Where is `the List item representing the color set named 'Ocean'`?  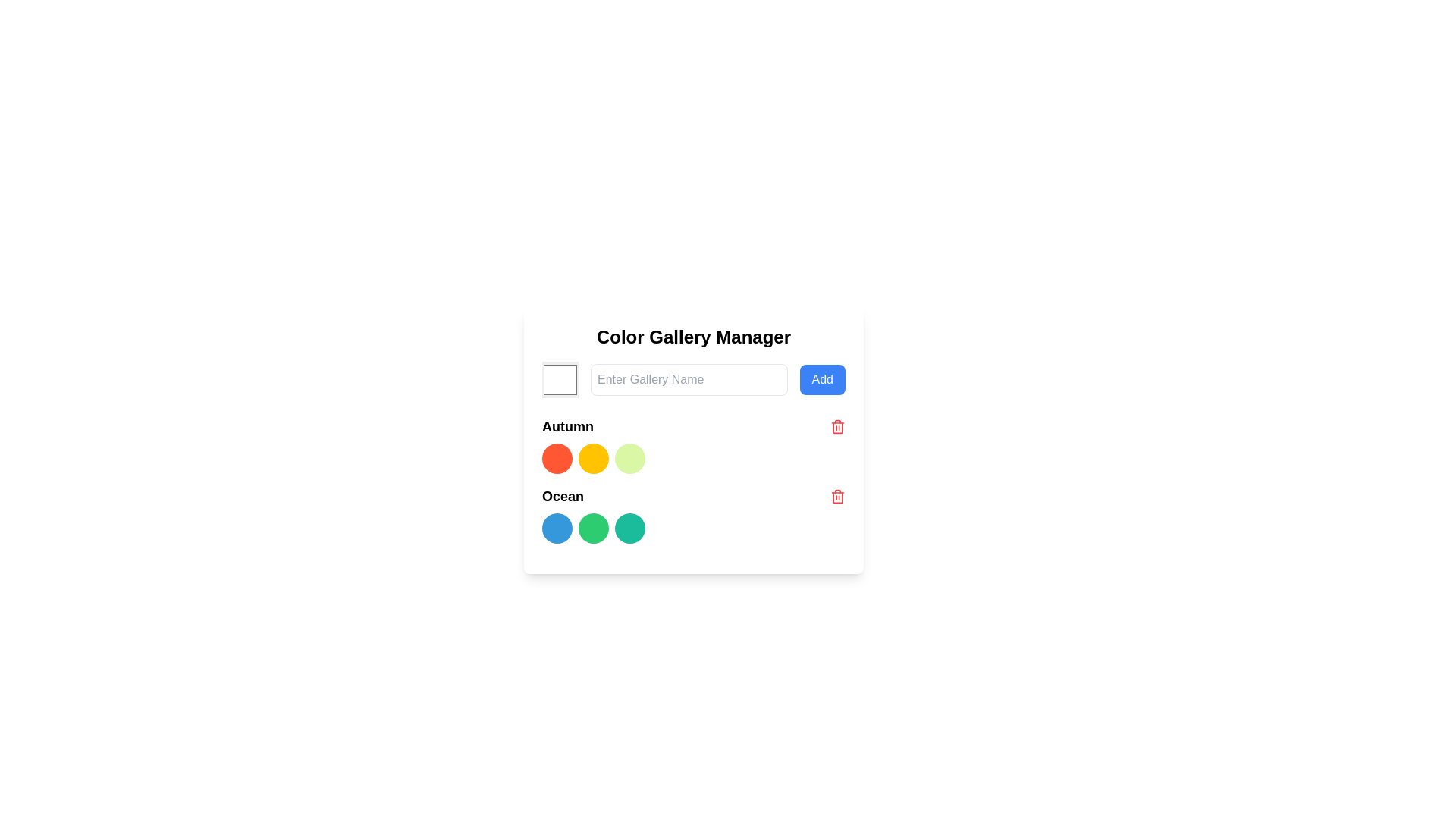 the List item representing the color set named 'Ocean' is located at coordinates (693, 497).